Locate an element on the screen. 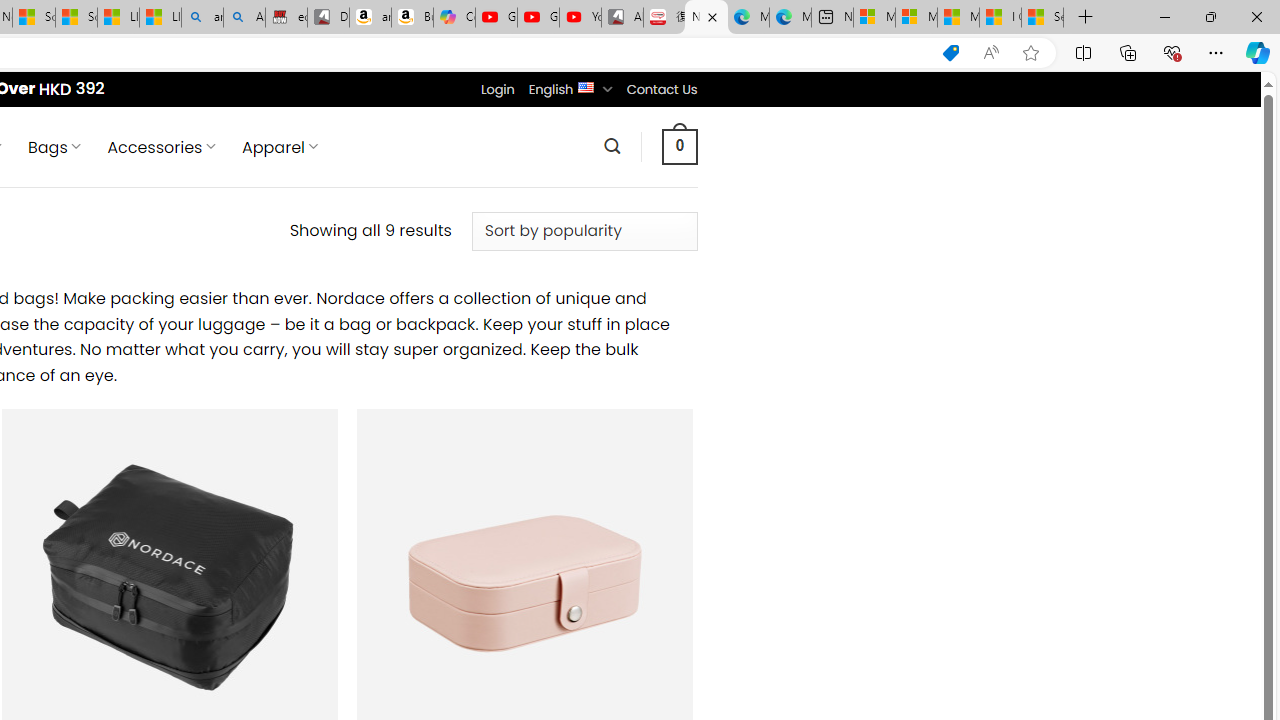 The height and width of the screenshot is (720, 1280). 'amazon - Search' is located at coordinates (202, 17).